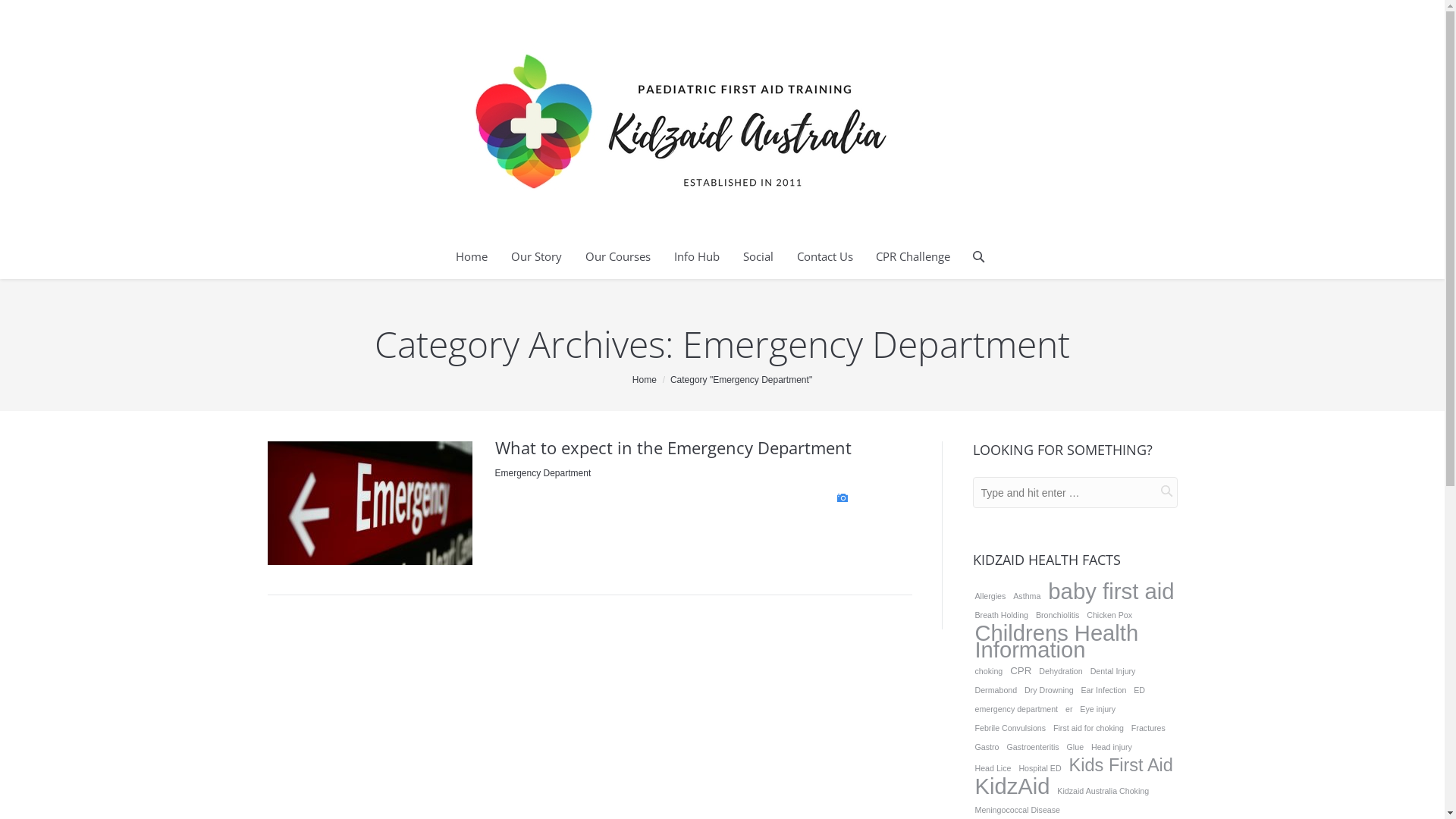  Describe the element at coordinates (1139, 690) in the screenshot. I see `'ED'` at that location.